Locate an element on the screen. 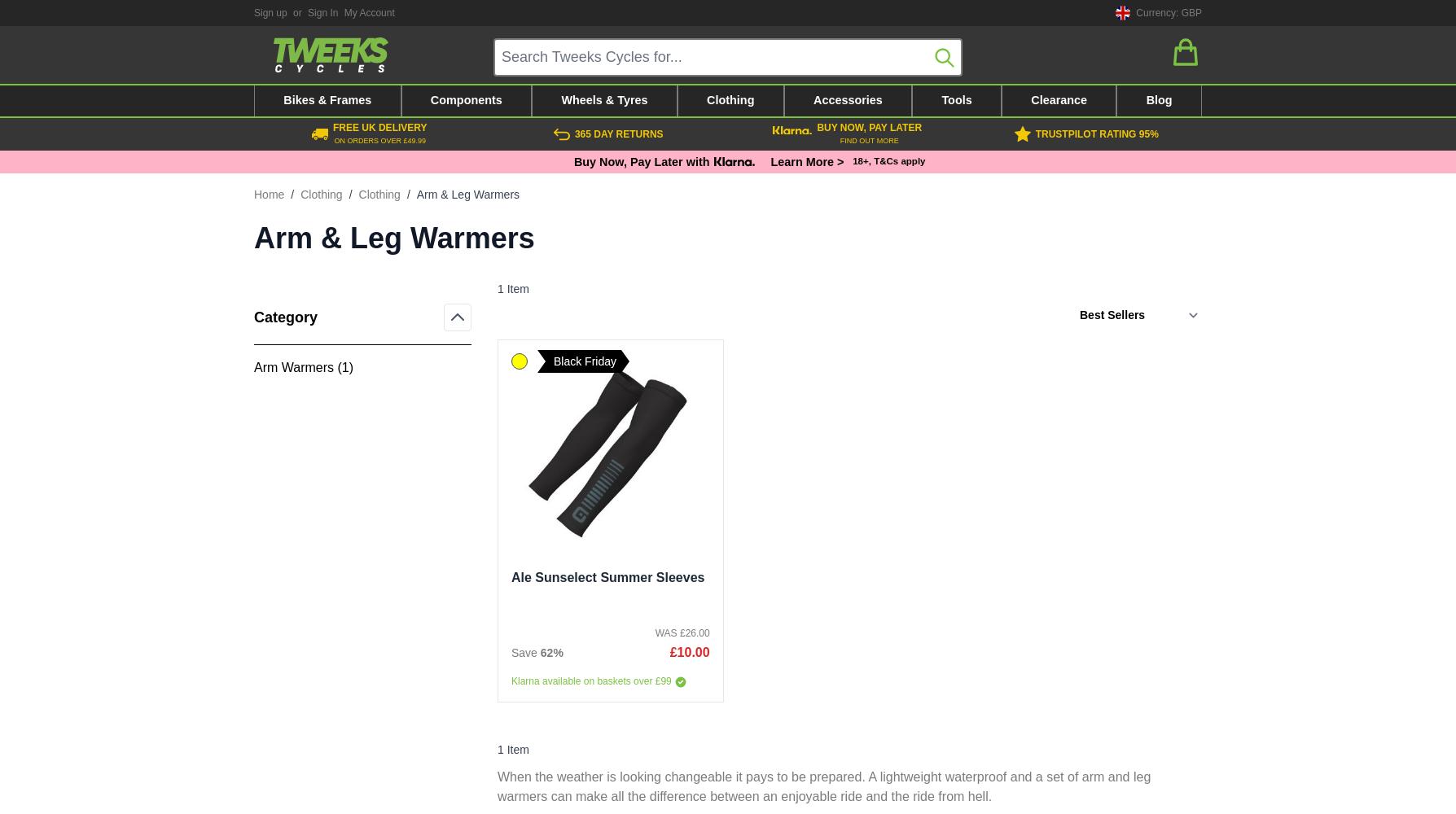 The height and width of the screenshot is (814, 1456). 'Bikes & Frames' is located at coordinates (326, 99).